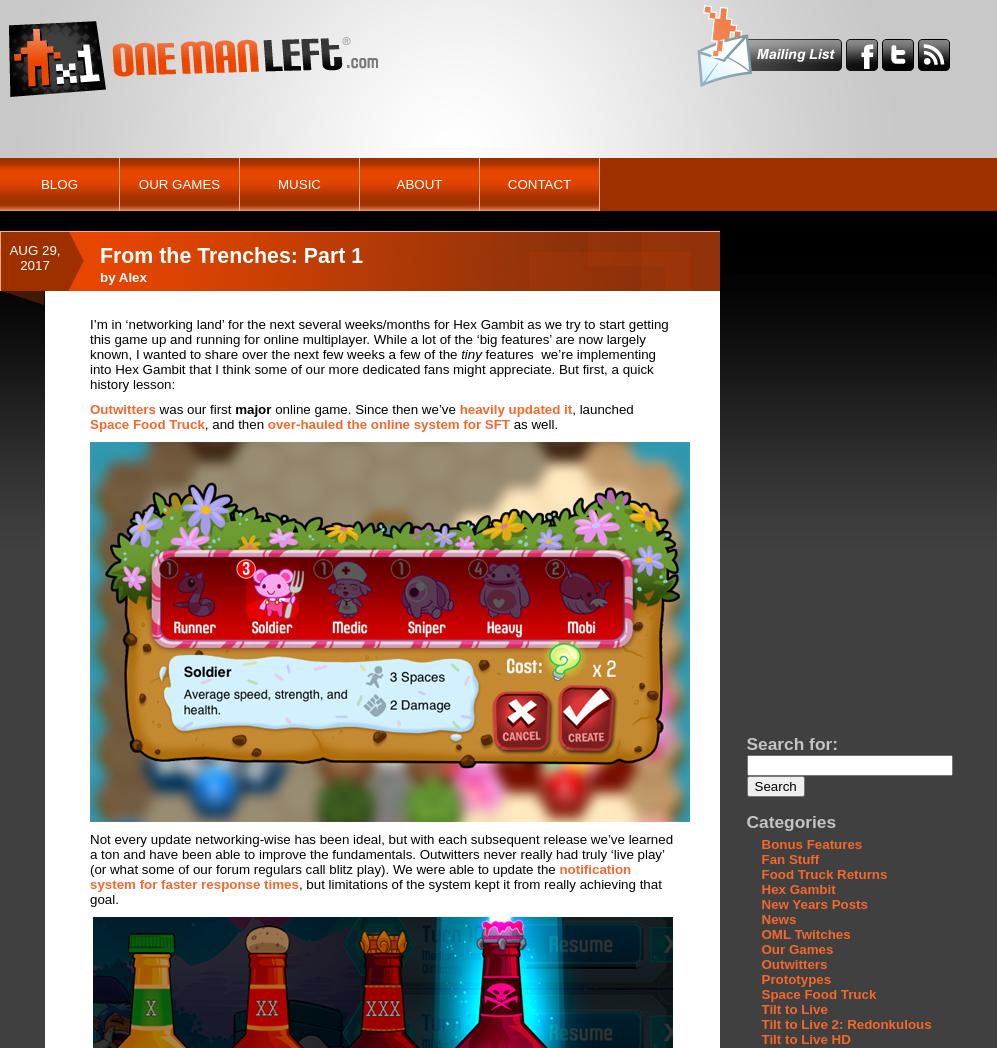 This screenshot has height=1048, width=997. I want to click on 'From the Trenches: Part 1', so click(230, 256).